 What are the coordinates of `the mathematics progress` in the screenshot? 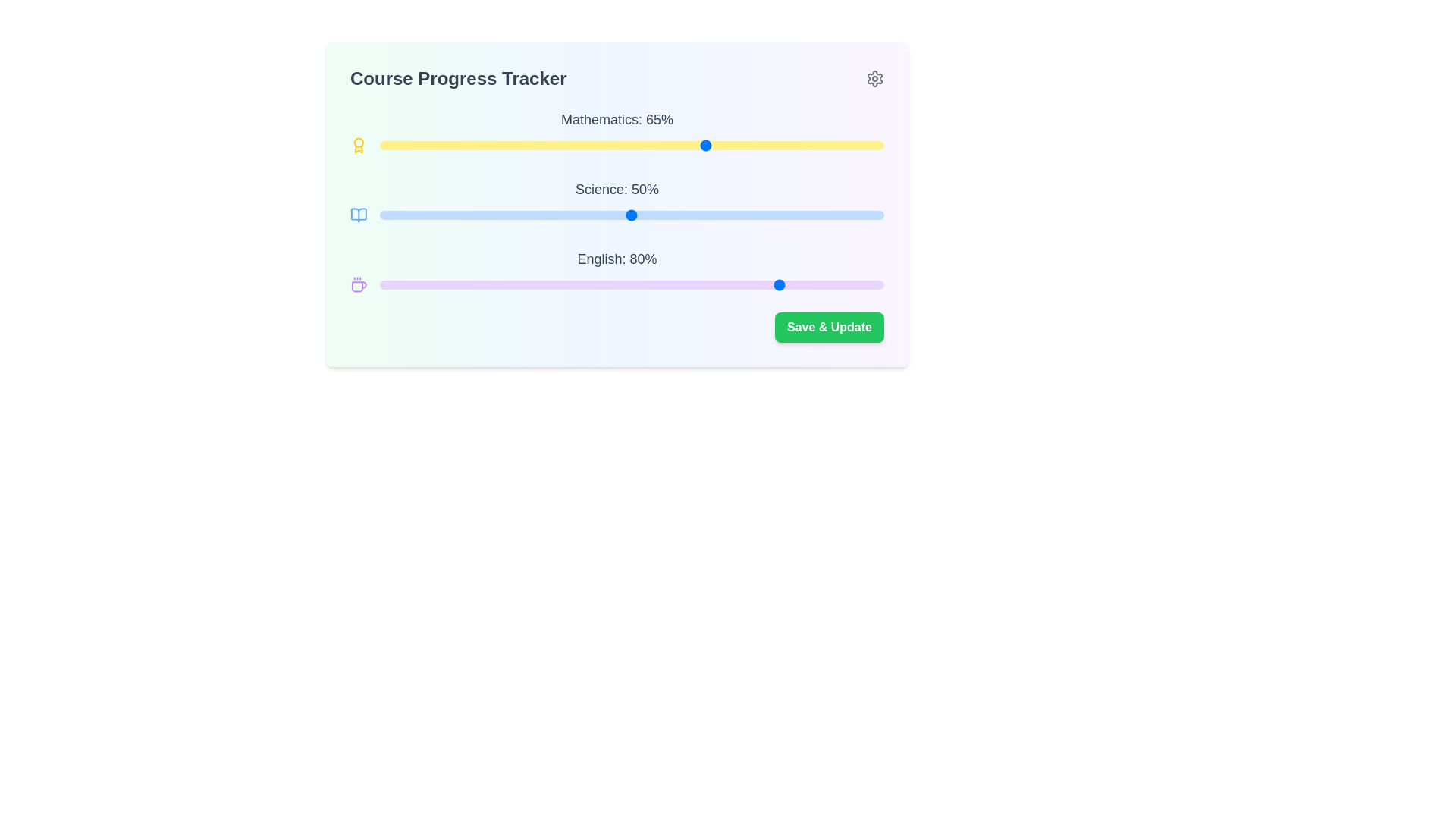 It's located at (843, 146).